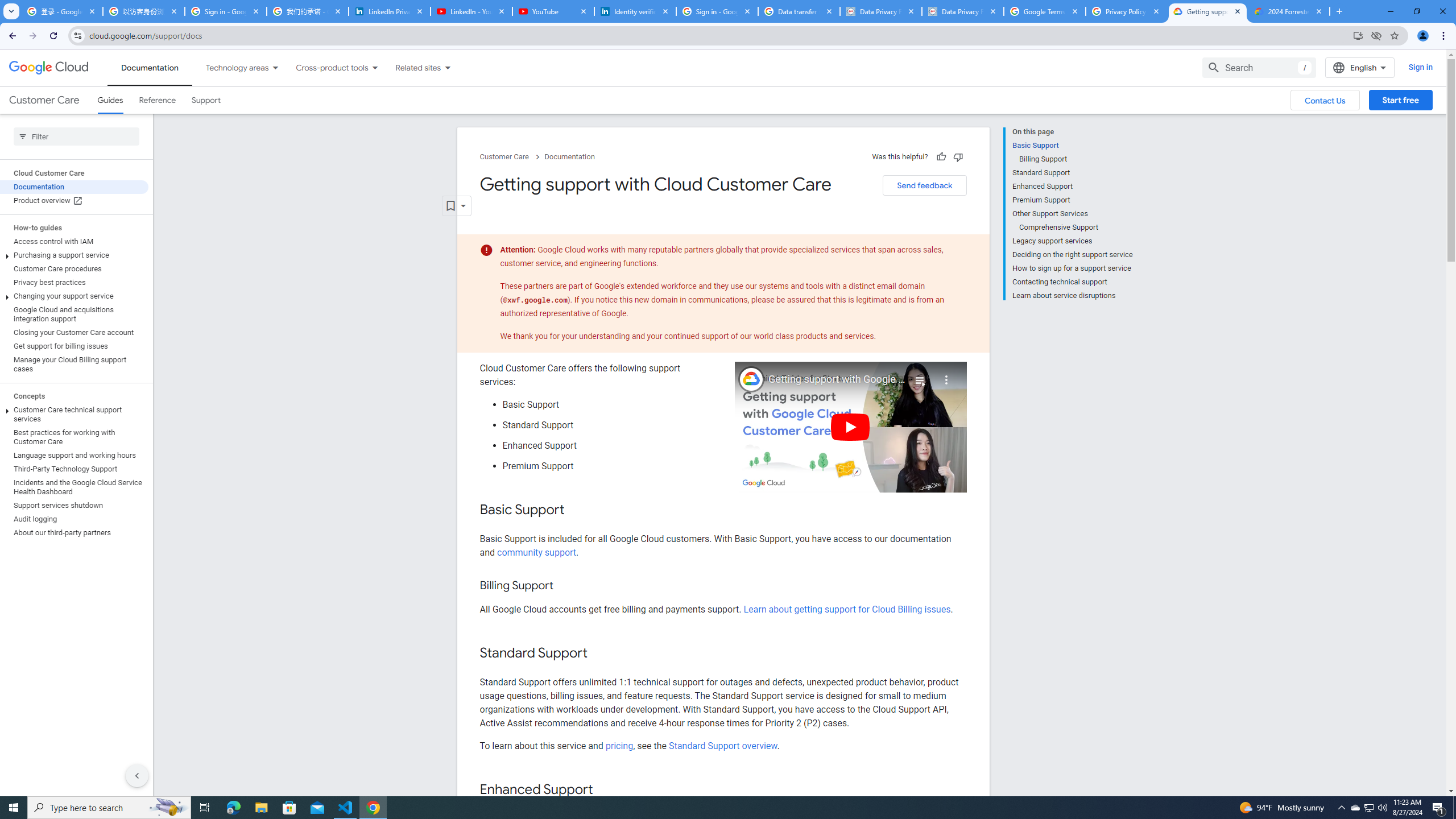 The height and width of the screenshot is (819, 1456). Describe the element at coordinates (1072, 268) in the screenshot. I see `'How to sign up for a support service'` at that location.